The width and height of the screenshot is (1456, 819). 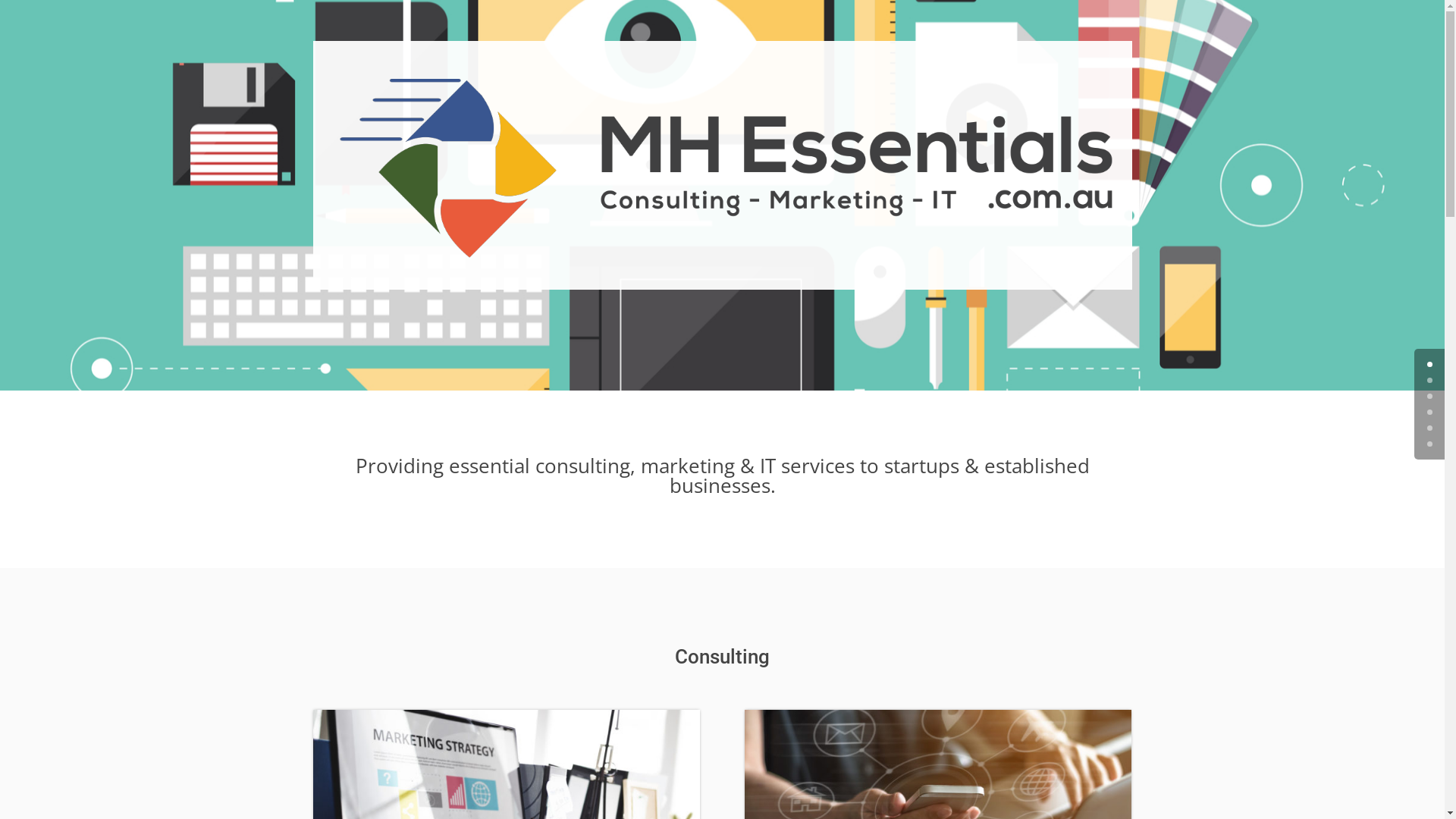 What do you see at coordinates (1429, 412) in the screenshot?
I see `'3'` at bounding box center [1429, 412].